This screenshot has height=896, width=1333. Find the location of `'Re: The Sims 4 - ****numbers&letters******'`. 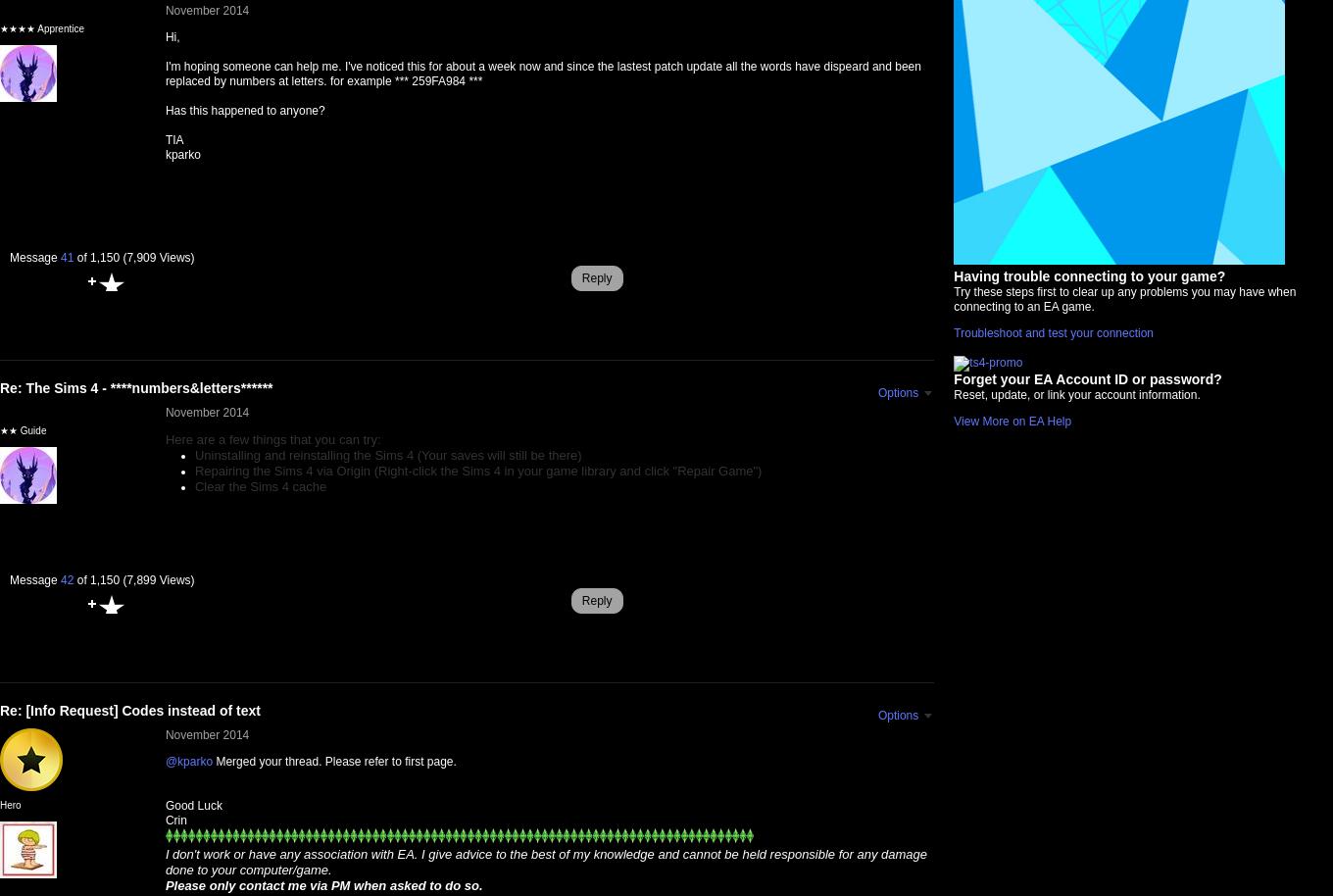

'Re: The Sims 4 - ****numbers&letters******' is located at coordinates (135, 388).